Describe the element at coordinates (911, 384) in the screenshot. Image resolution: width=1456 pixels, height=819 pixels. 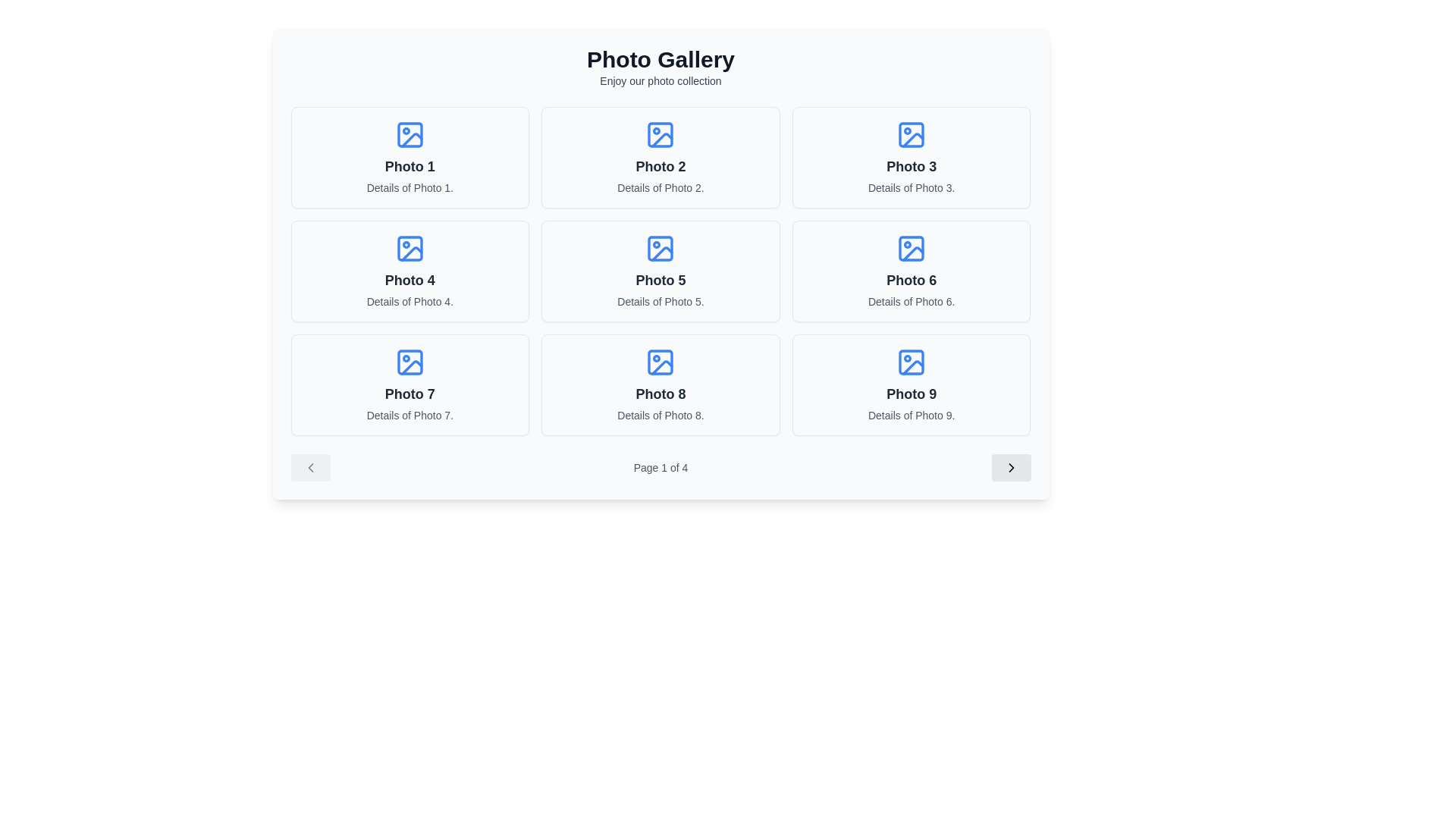
I see `the Card representing 'Photo 9' in the bottom-right corner of the gallery grid` at that location.